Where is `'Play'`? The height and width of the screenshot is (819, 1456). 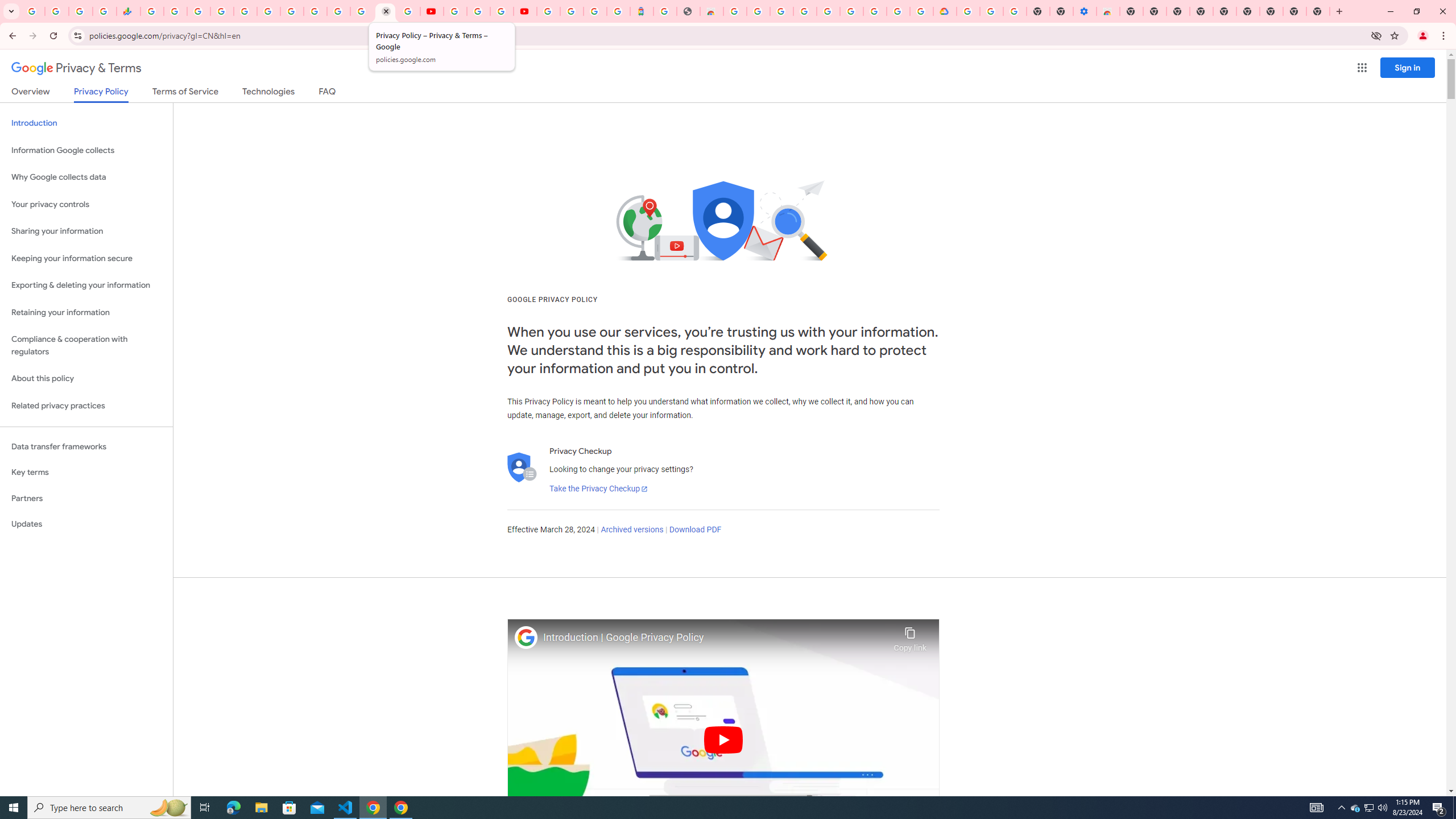 'Play' is located at coordinates (723, 739).